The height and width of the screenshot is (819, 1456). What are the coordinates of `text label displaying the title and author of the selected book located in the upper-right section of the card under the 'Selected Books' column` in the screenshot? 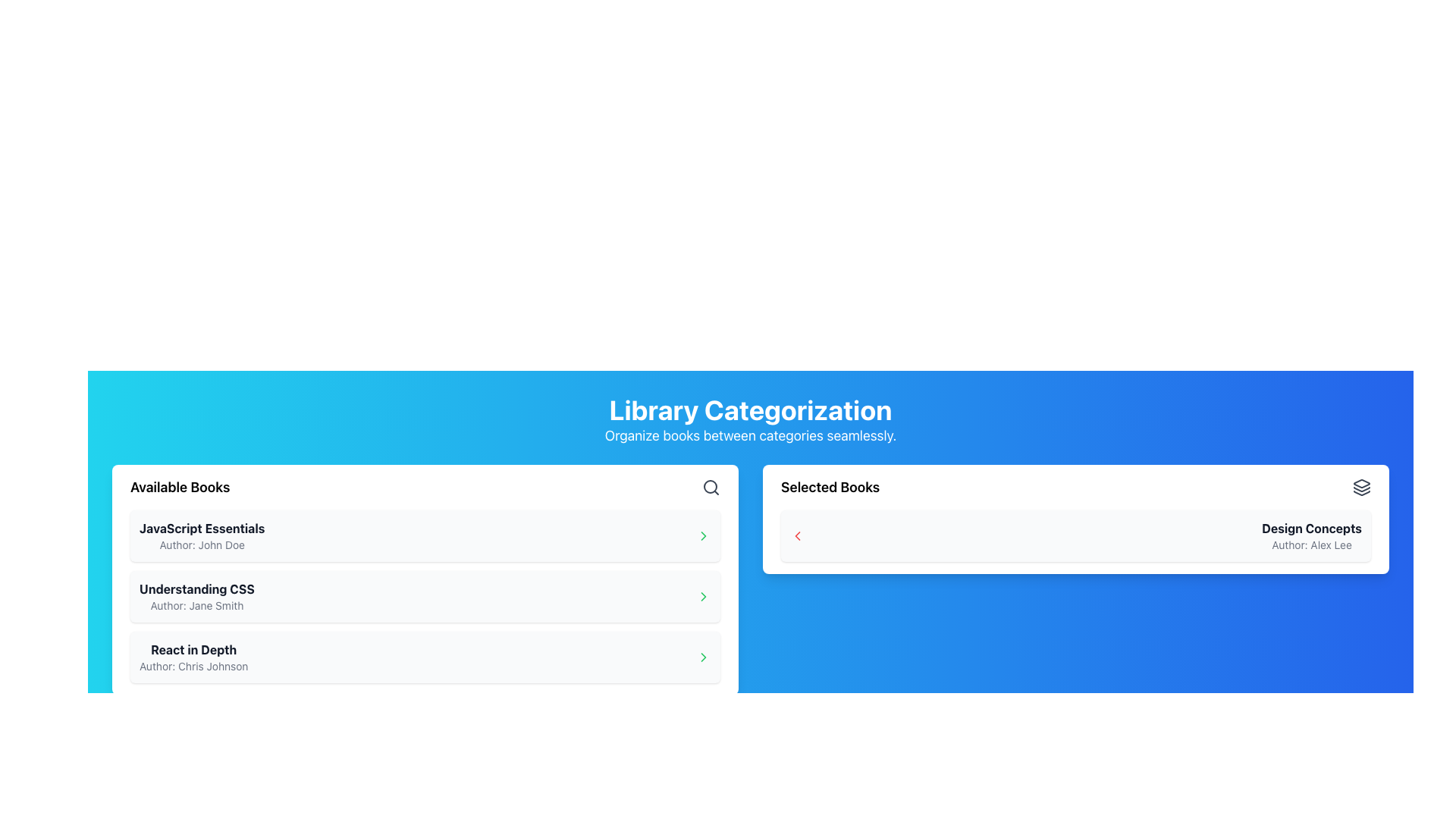 It's located at (1311, 535).